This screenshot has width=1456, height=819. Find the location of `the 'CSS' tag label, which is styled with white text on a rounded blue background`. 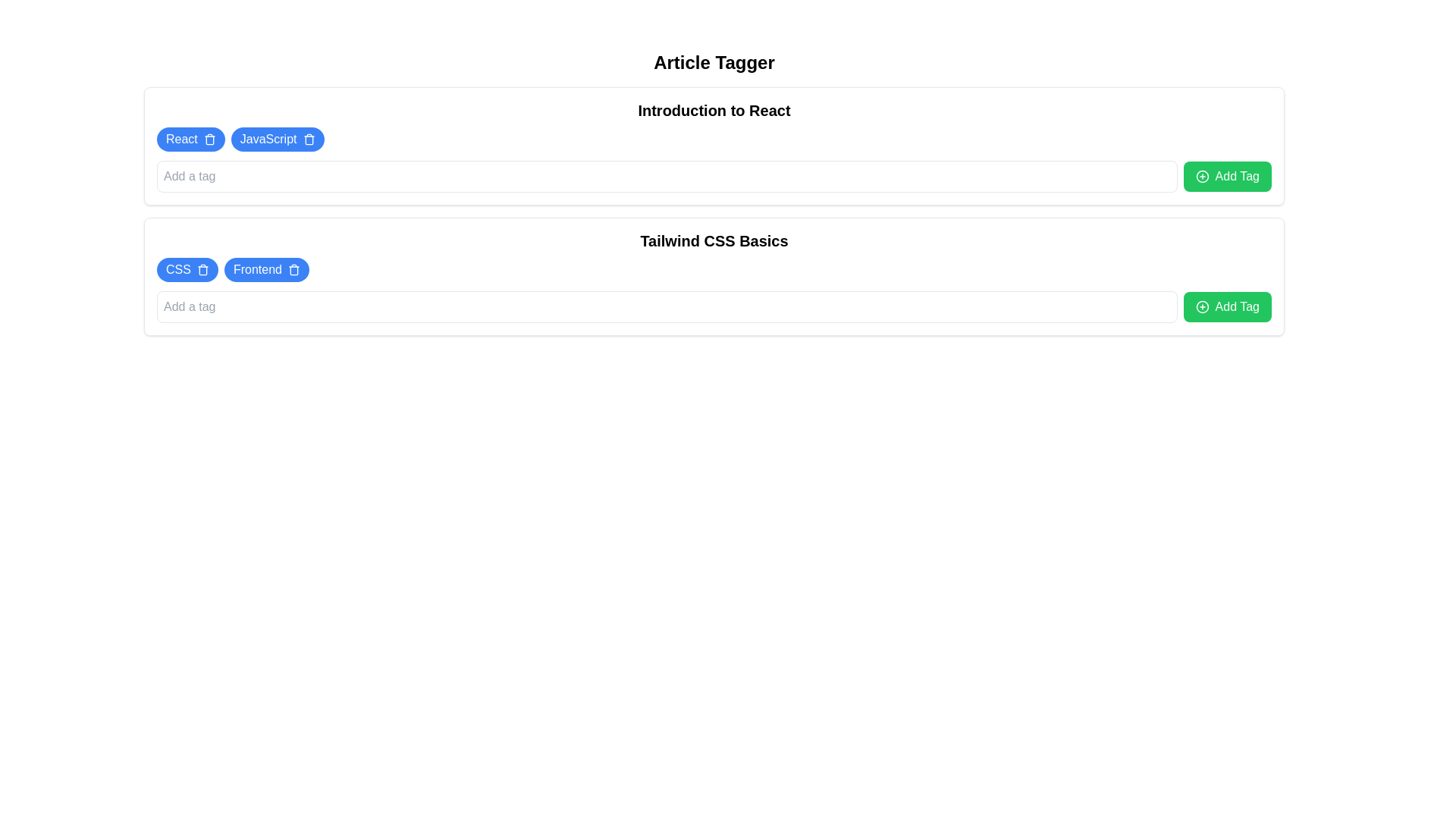

the 'CSS' tag label, which is styled with white text on a rounded blue background is located at coordinates (178, 268).